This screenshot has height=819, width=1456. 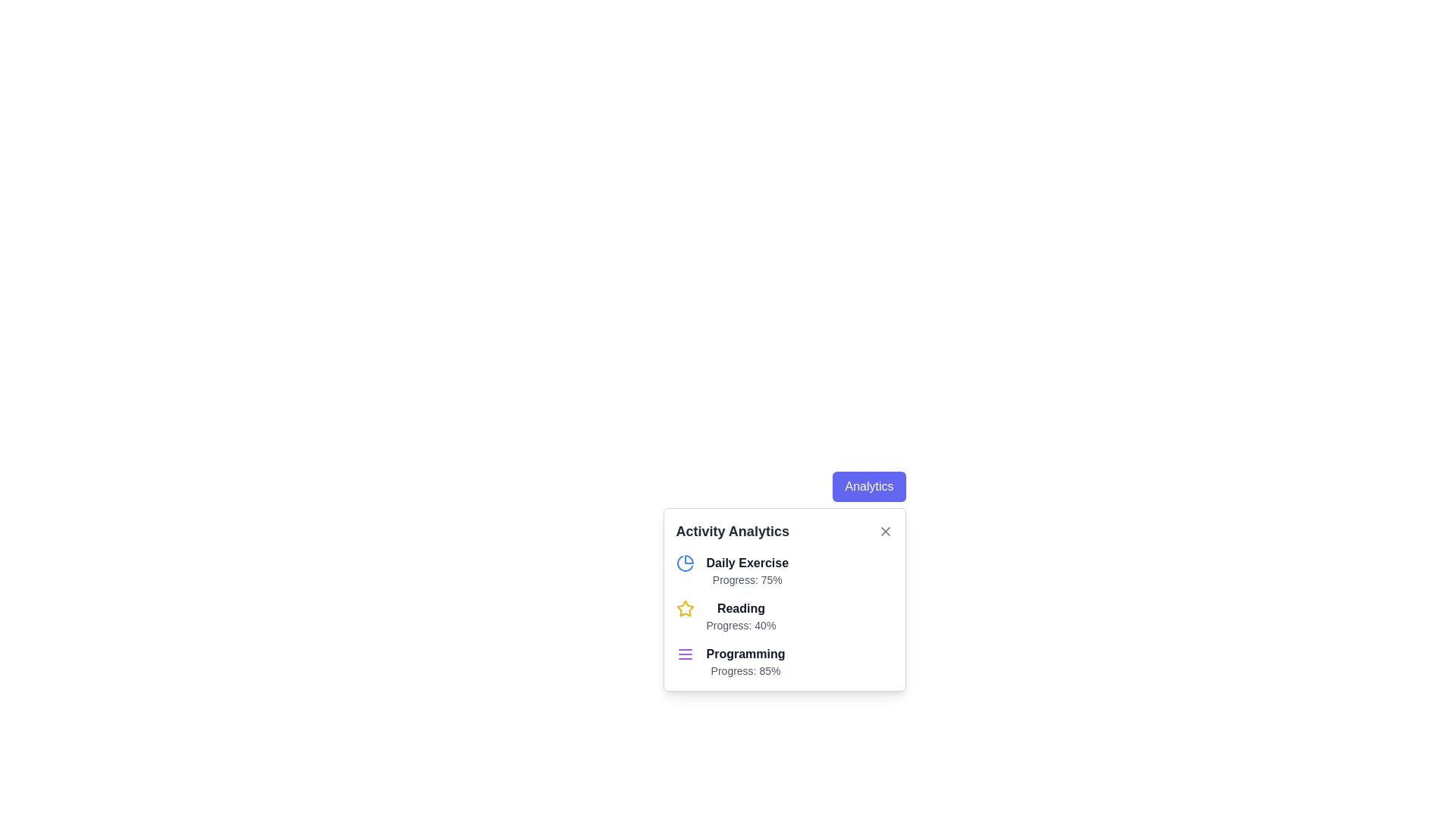 I want to click on the close button located at the top-right corner of the 'Activity Analytics' panel to trigger hover effects, so click(x=885, y=531).